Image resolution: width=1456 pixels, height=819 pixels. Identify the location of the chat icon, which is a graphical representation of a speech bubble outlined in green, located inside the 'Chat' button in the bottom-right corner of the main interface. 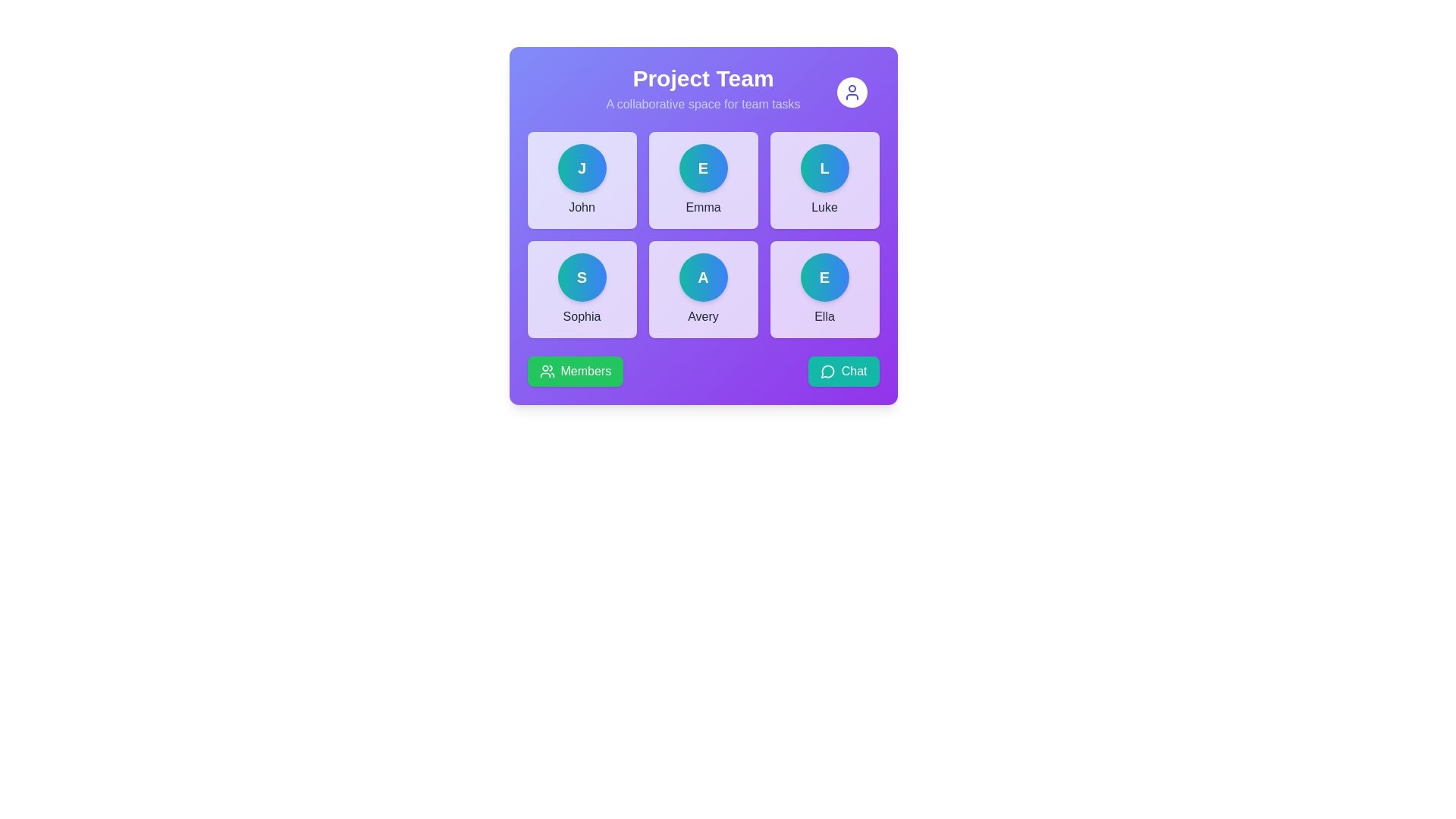
(827, 372).